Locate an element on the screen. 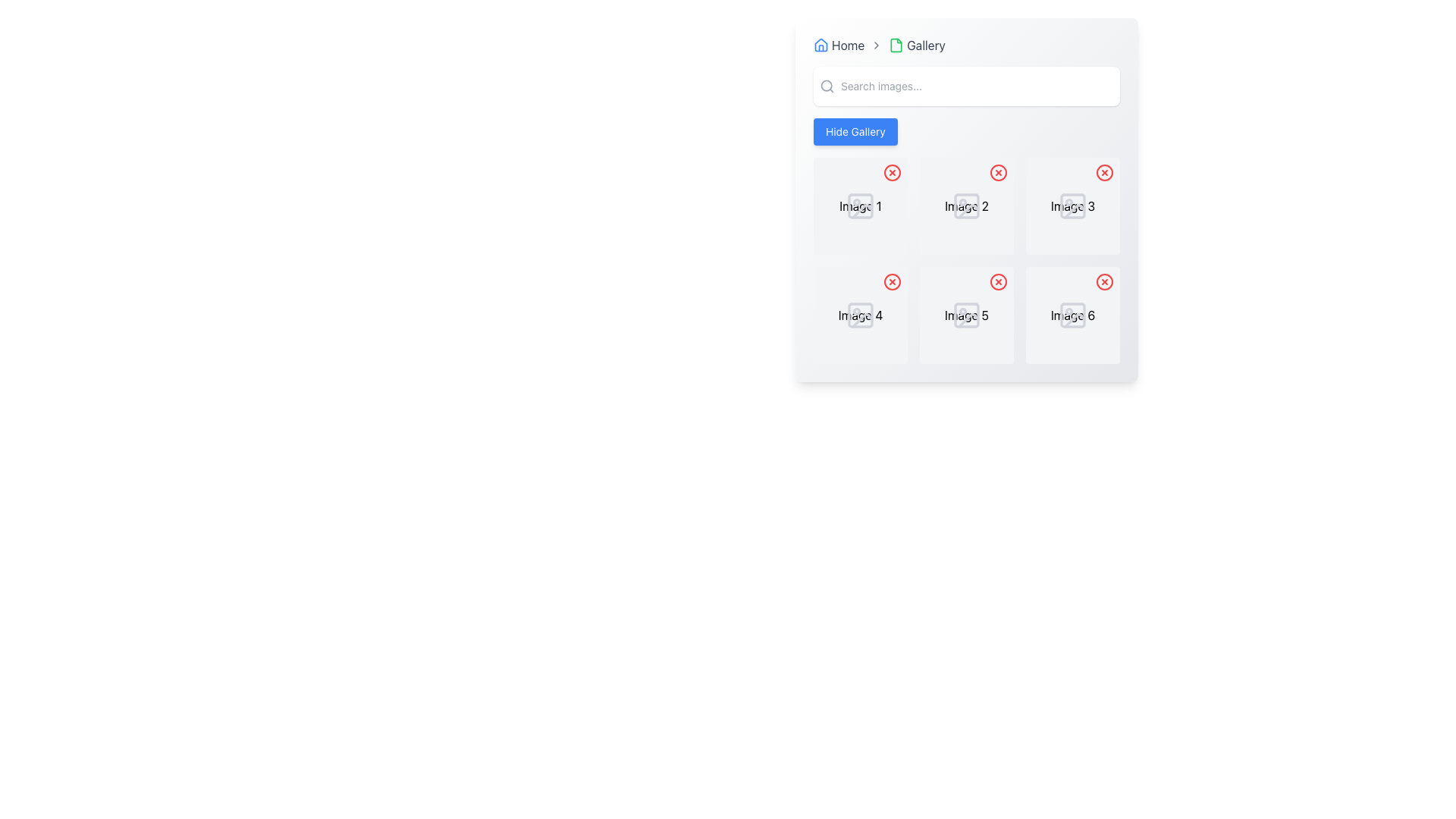 The width and height of the screenshot is (1456, 819). the Gallery icon, which serves as a visual indicator for the Gallery section and is located to the left of the Gallery text label in the breadcrumb navigation bar is located at coordinates (896, 45).